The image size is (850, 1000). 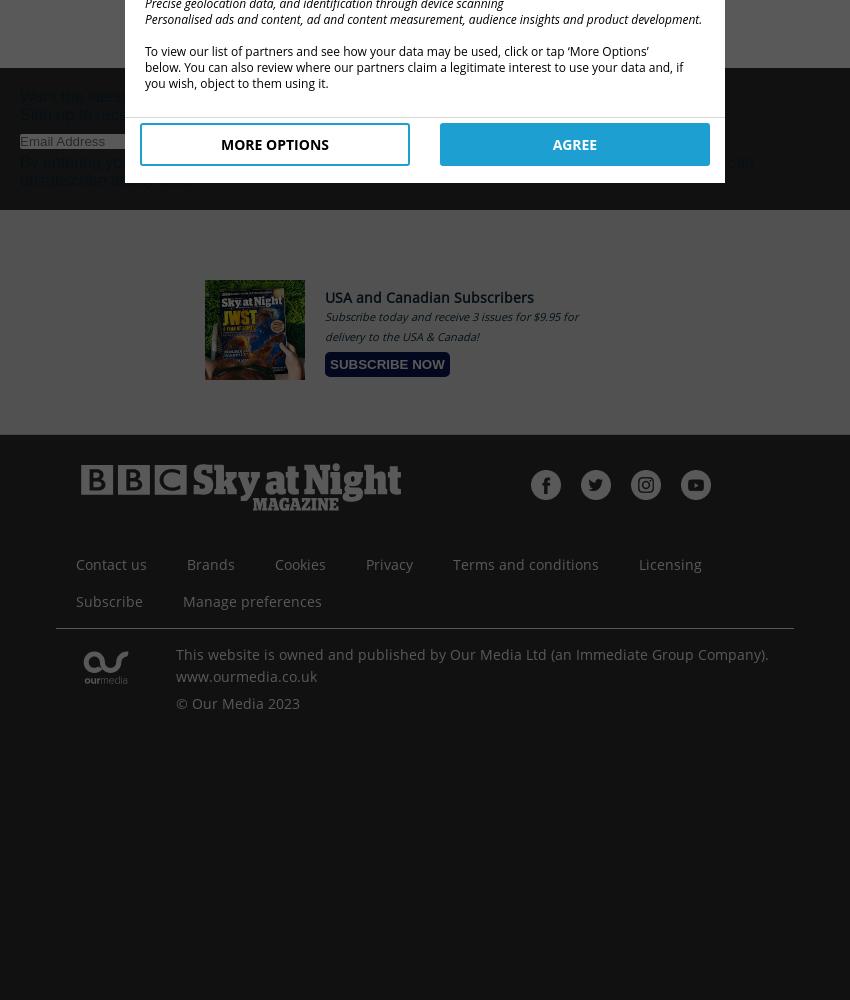 I want to click on 'You can unsubscribe at any time.', so click(x=386, y=171).